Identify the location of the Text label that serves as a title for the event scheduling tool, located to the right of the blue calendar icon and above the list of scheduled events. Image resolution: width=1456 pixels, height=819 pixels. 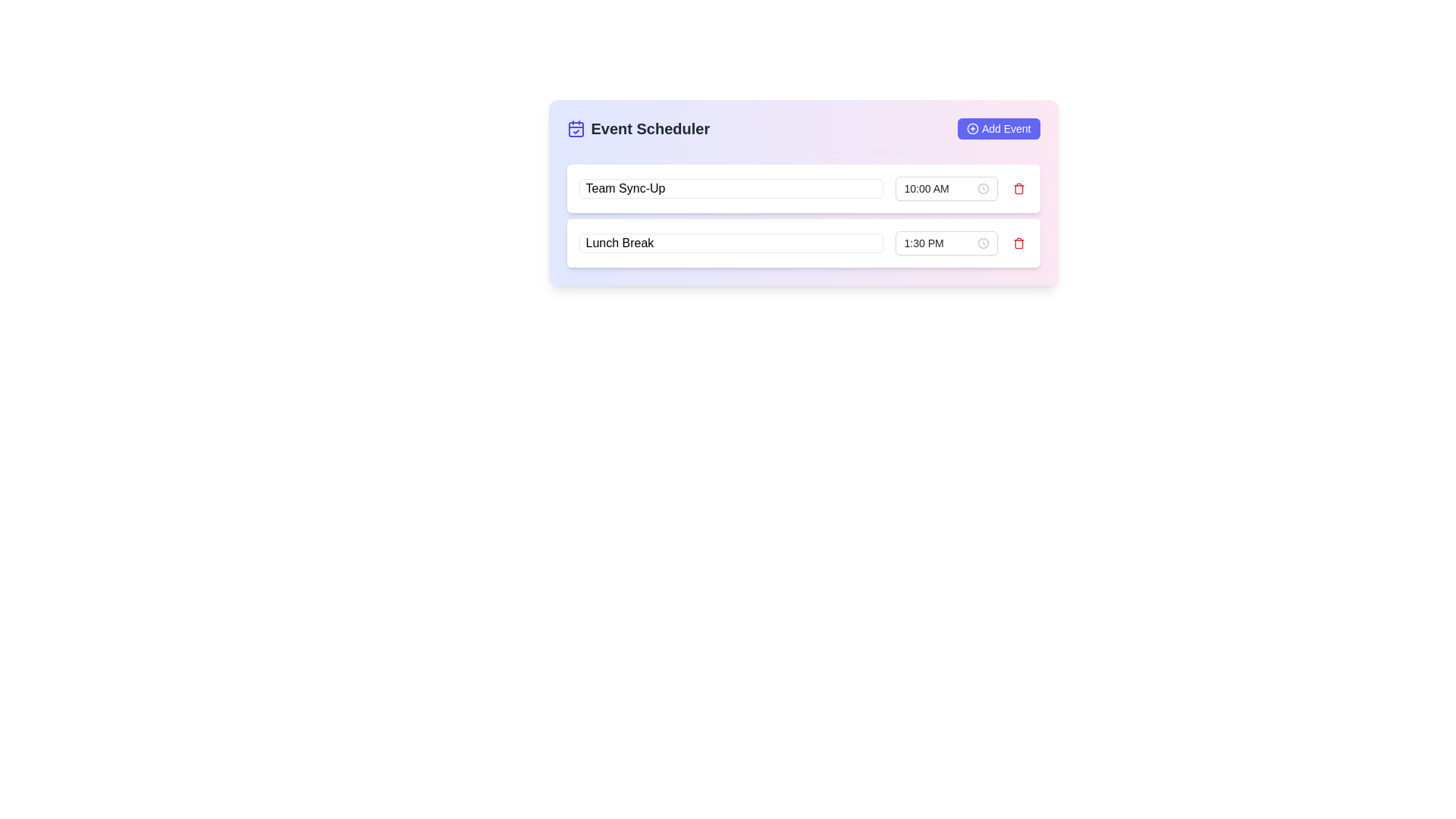
(650, 127).